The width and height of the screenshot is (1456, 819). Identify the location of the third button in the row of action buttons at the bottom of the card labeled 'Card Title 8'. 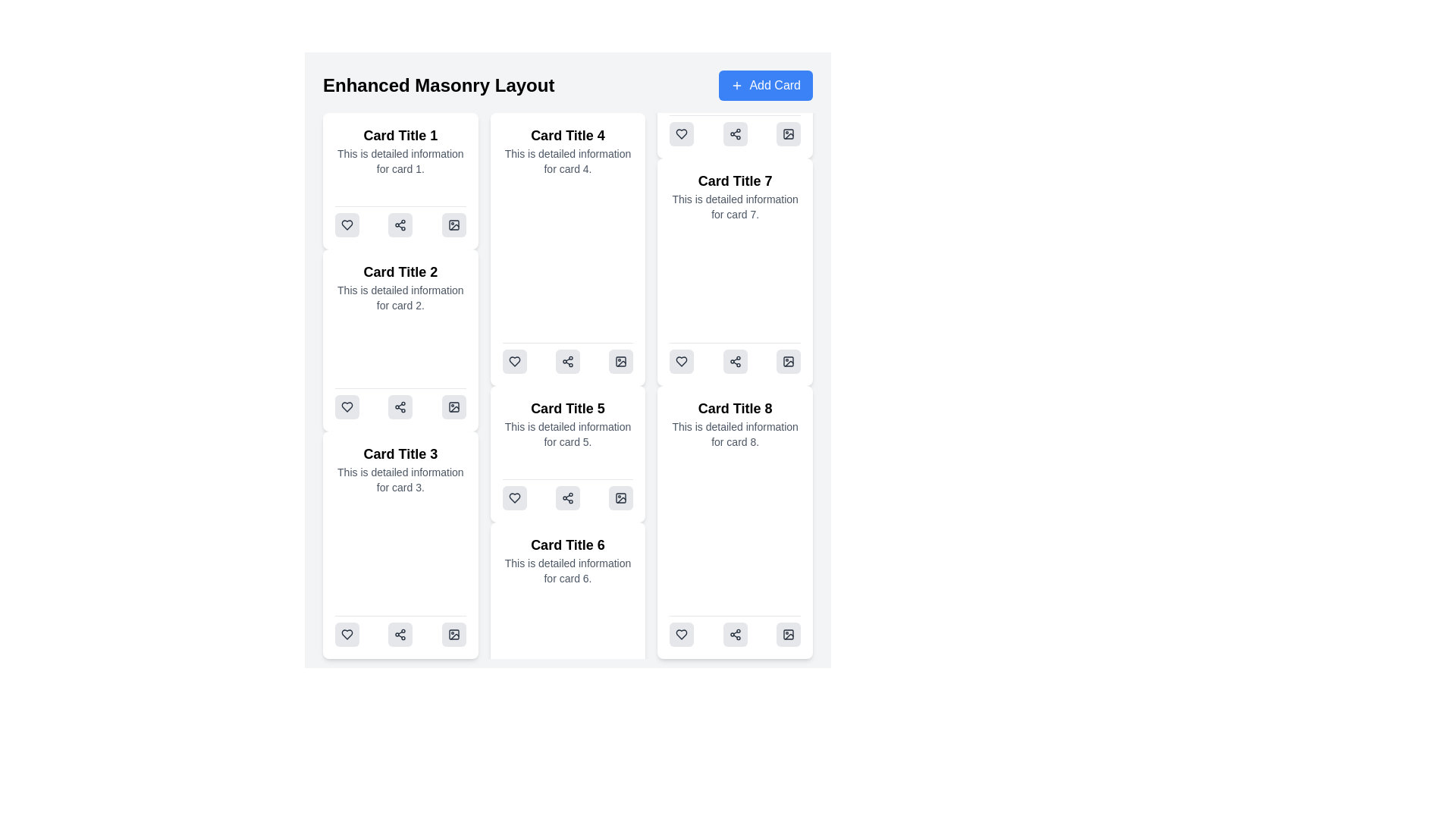
(789, 635).